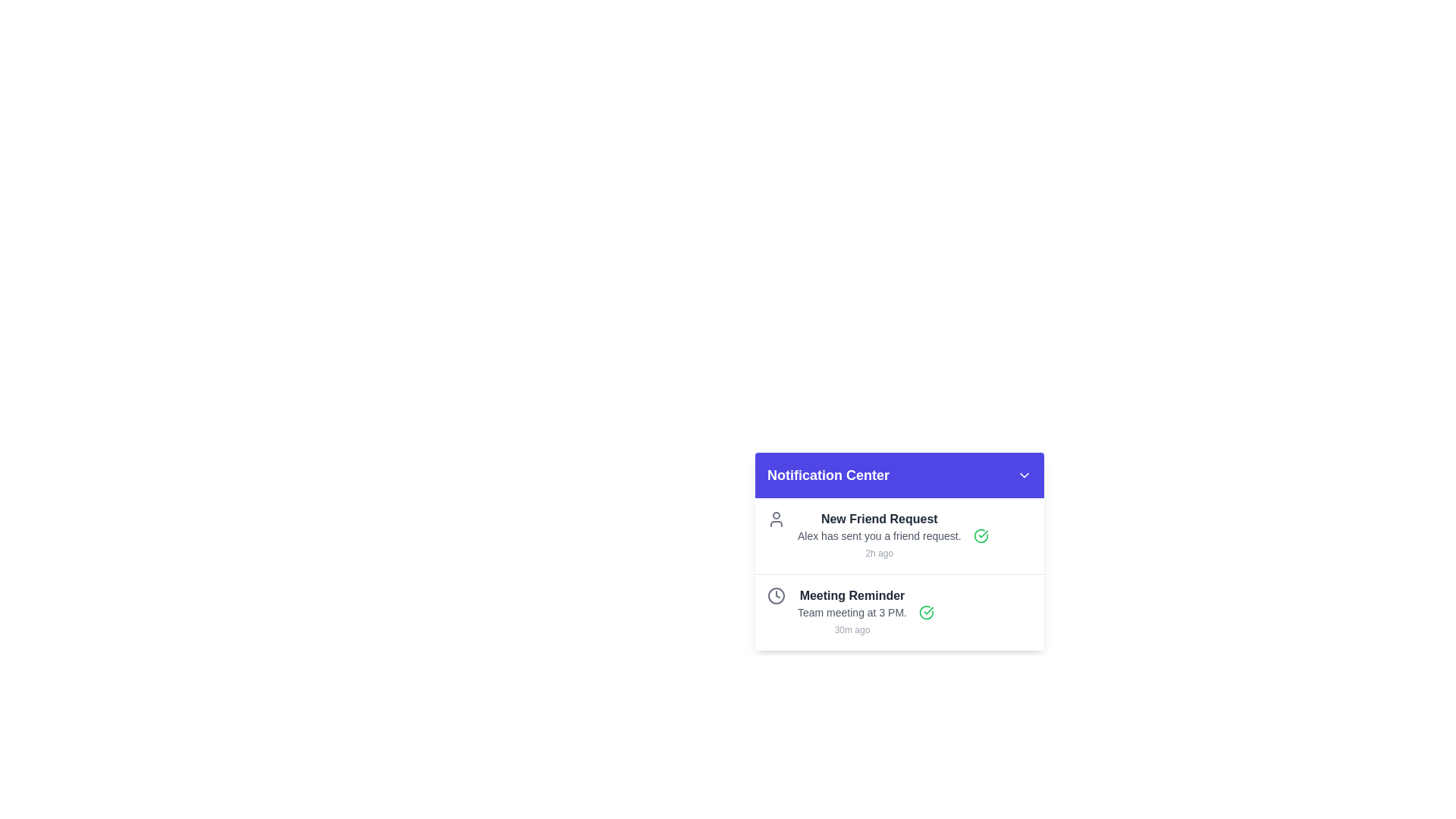 This screenshot has height=819, width=1456. What do you see at coordinates (981, 535) in the screenshot?
I see `the green circular check mark icon located to the right of the 'New Friend Request' notification in the notification center pop-up` at bounding box center [981, 535].